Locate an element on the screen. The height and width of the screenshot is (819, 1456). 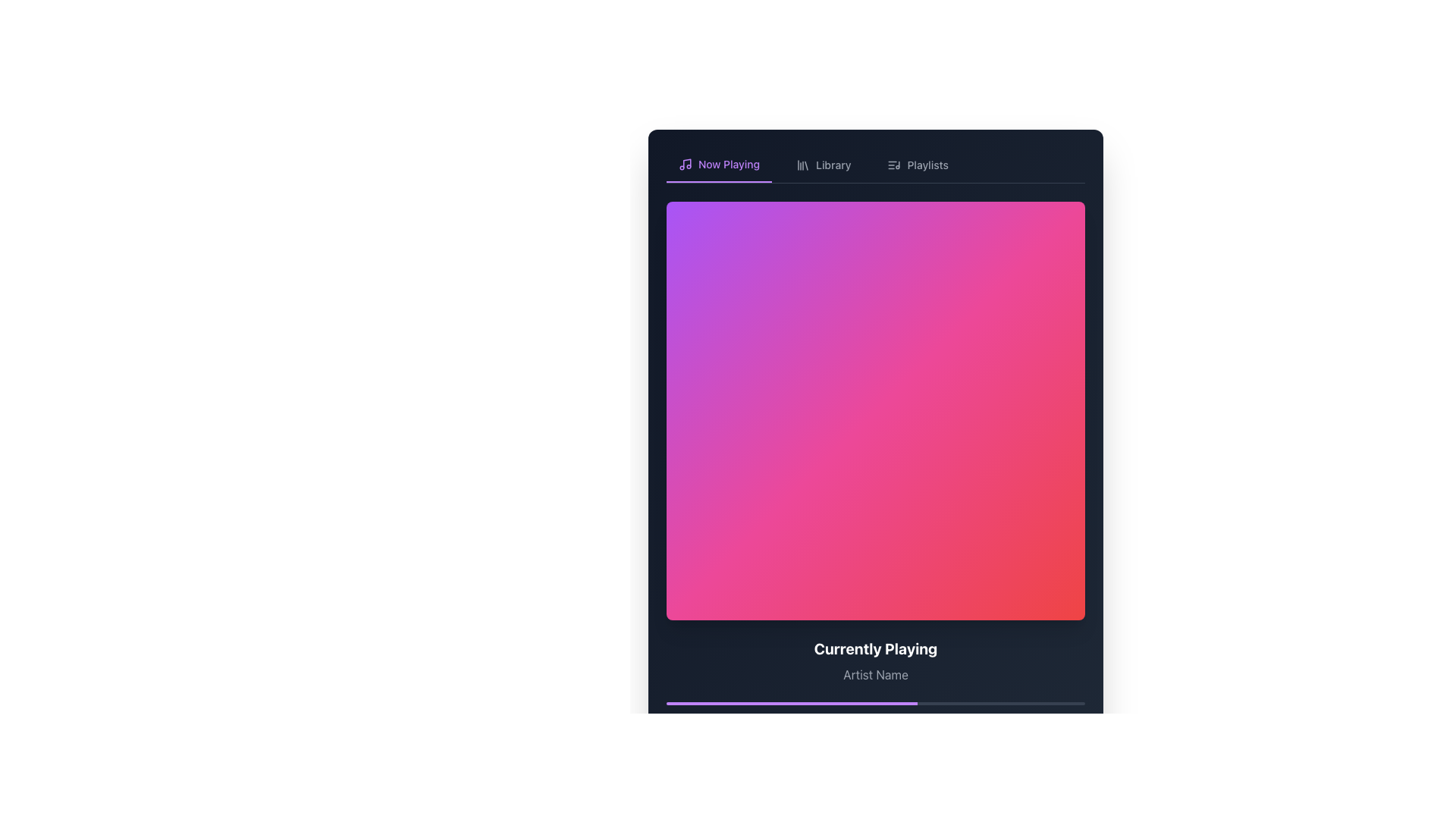
the 'Library' button in the navigation bar is located at coordinates (823, 165).